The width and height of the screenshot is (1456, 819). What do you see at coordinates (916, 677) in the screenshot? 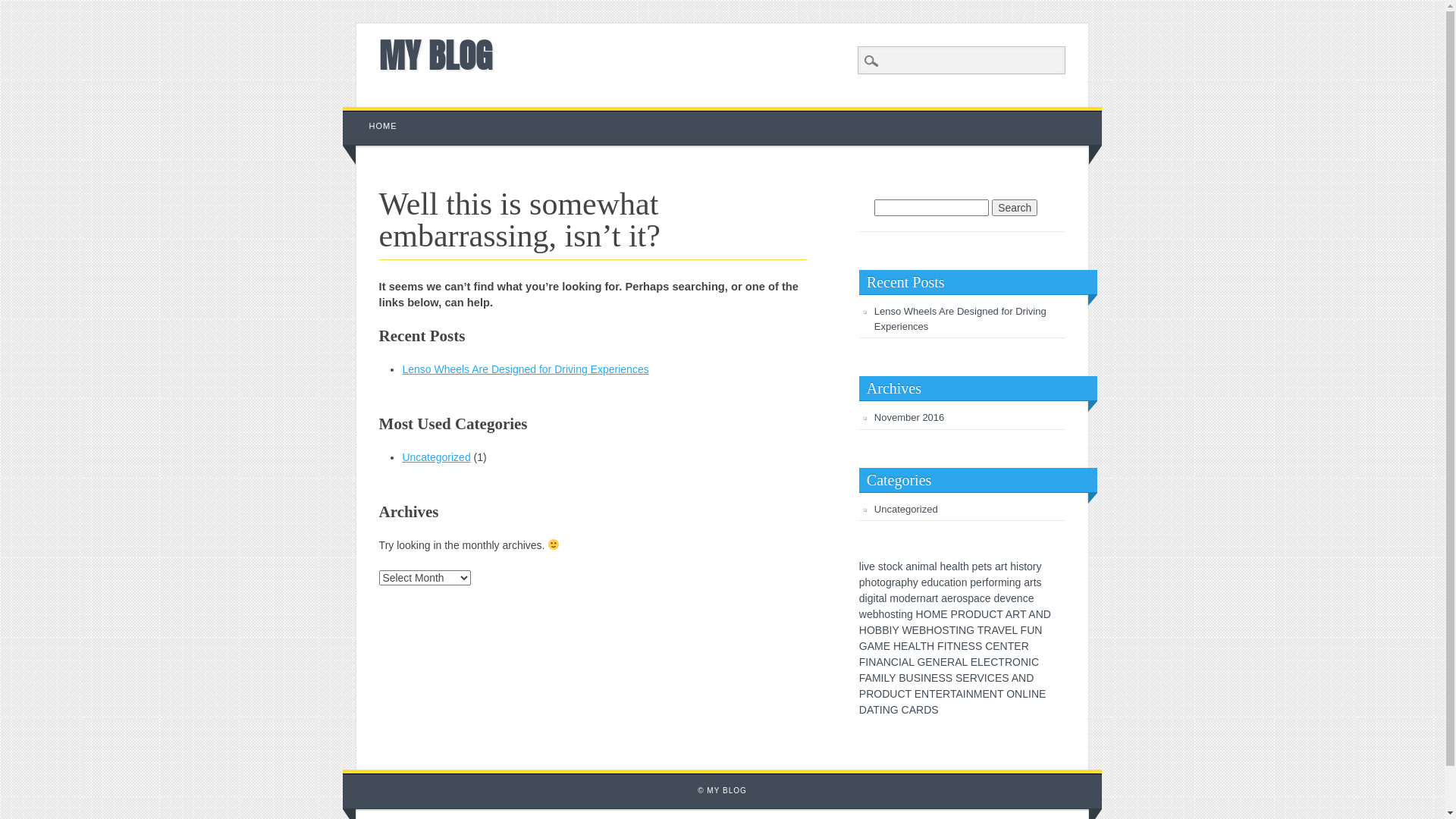
I see `'S'` at bounding box center [916, 677].